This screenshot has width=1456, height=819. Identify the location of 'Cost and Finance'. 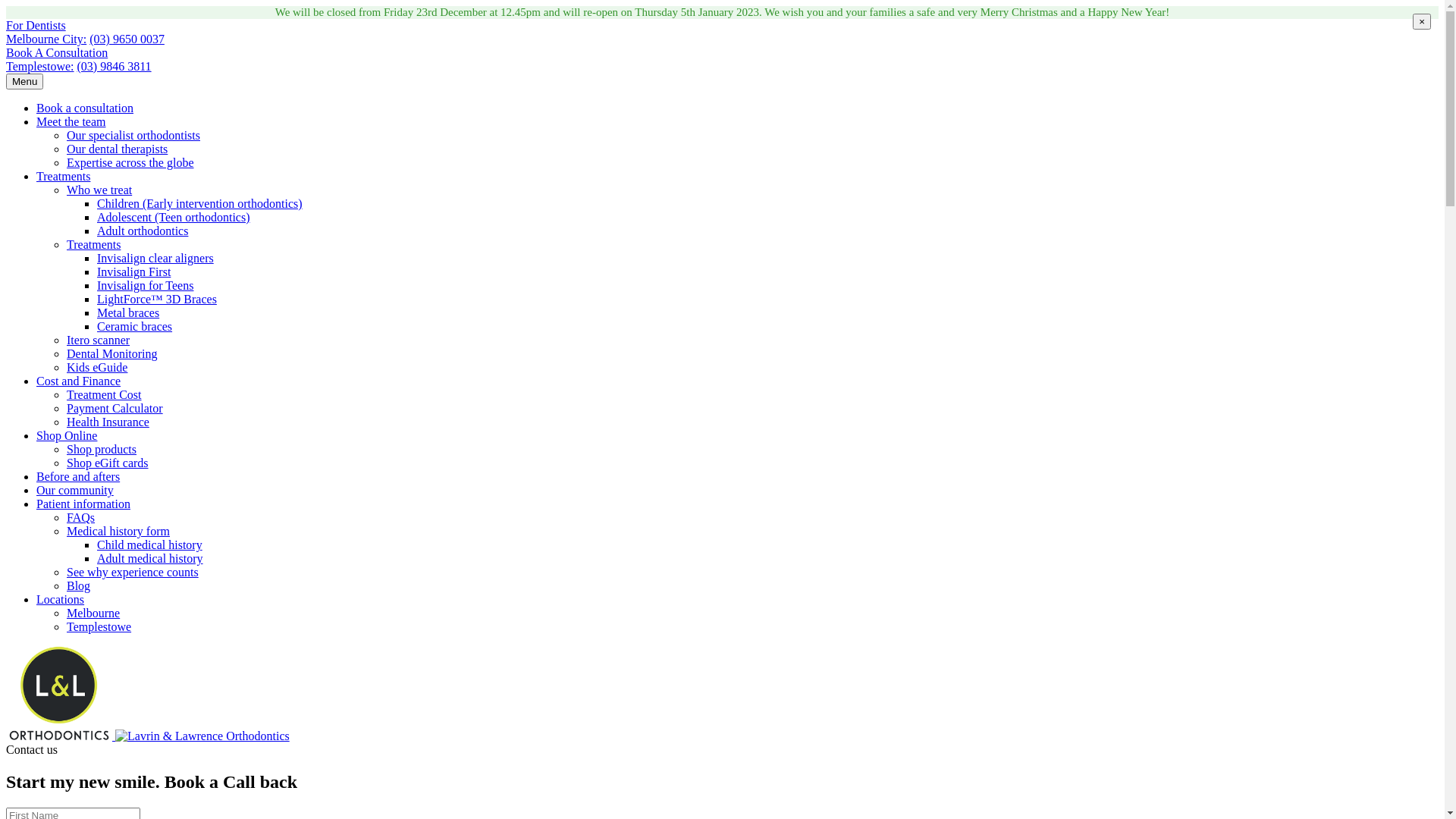
(36, 380).